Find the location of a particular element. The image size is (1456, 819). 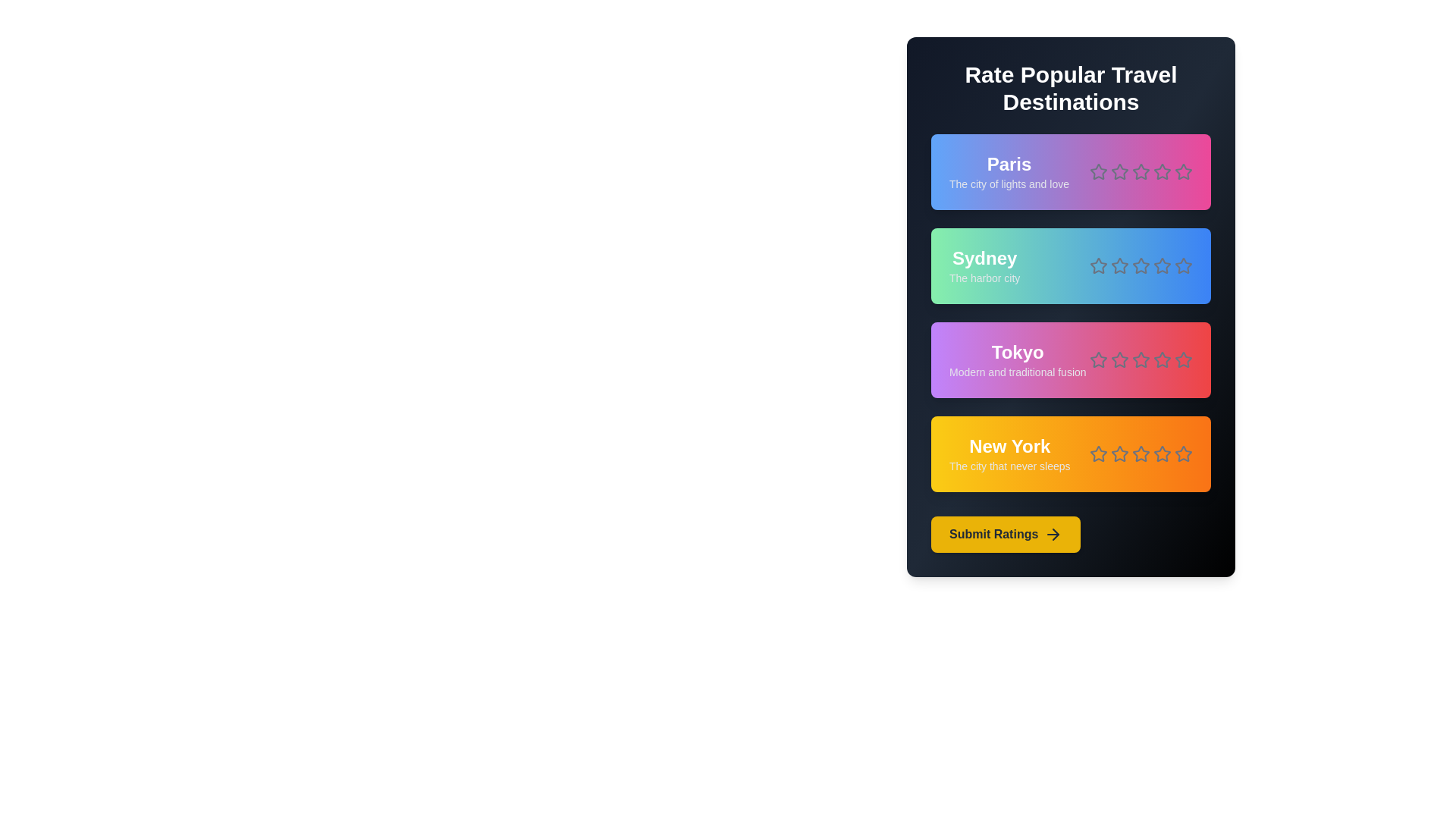

the destination name to view its details is located at coordinates (1008, 164).